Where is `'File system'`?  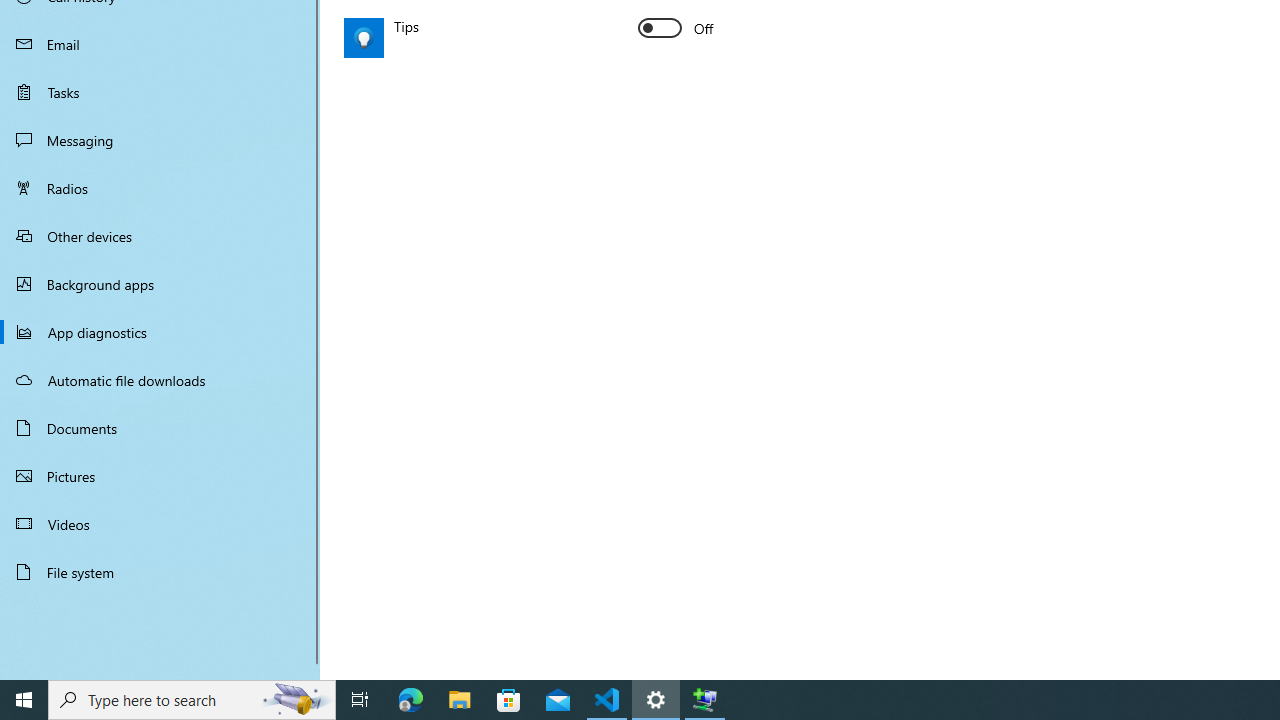 'File system' is located at coordinates (160, 572).